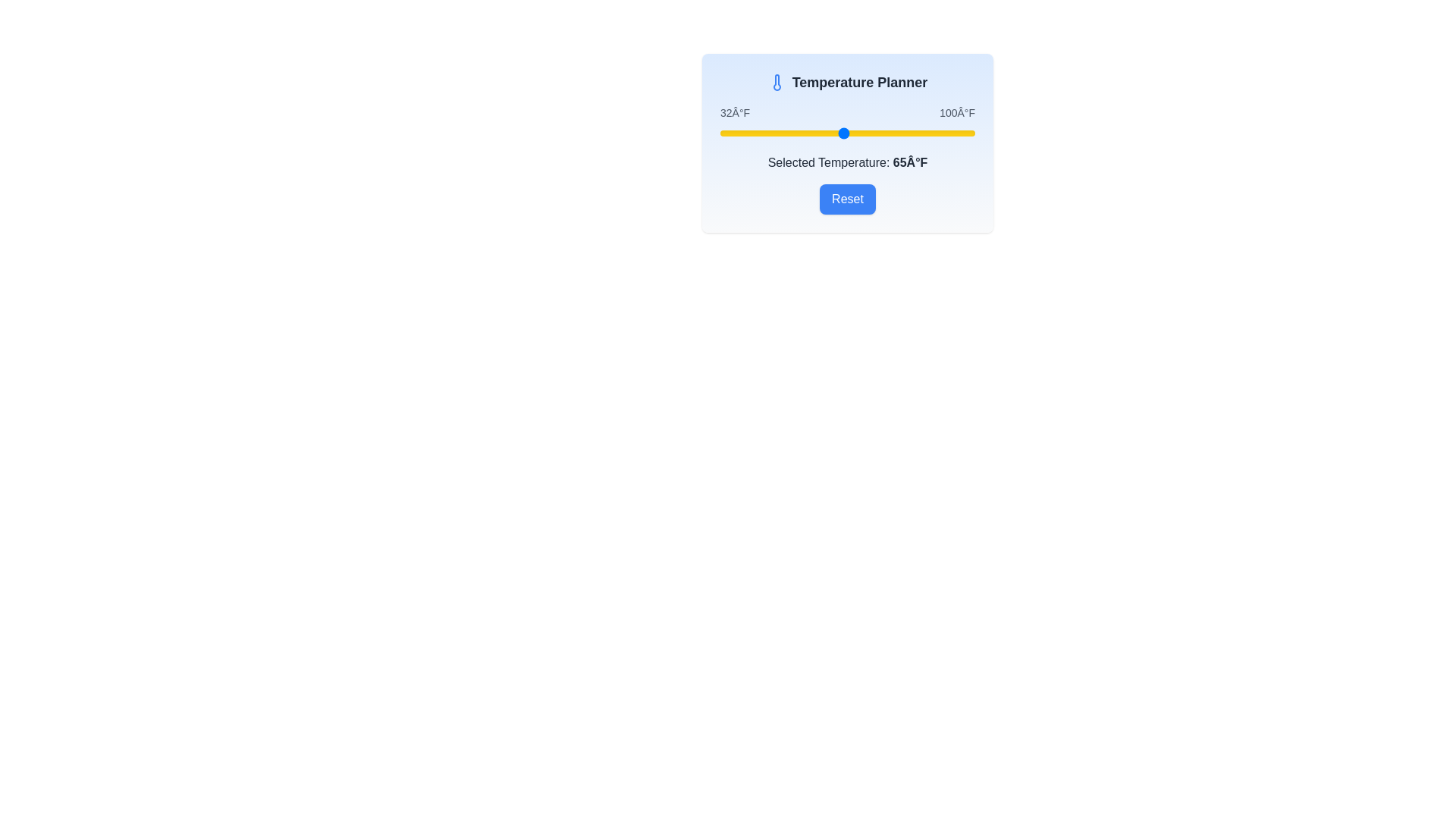 Image resolution: width=1456 pixels, height=819 pixels. What do you see at coordinates (847, 163) in the screenshot?
I see `the text 'Selected Temperature: 65°F'` at bounding box center [847, 163].